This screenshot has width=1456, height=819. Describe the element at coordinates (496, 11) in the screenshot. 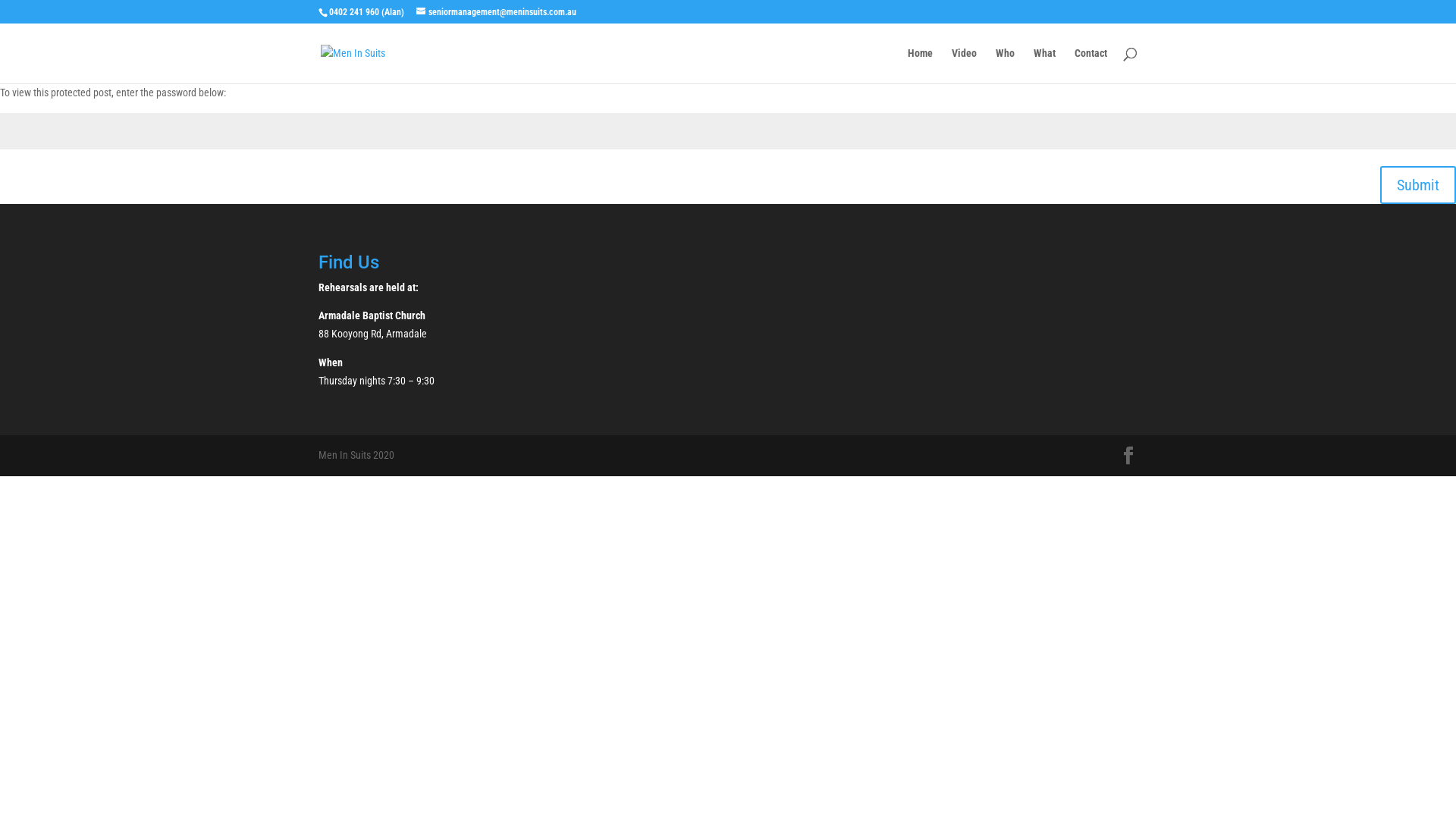

I see `'seniormanagement@meninsuits.com.au'` at that location.